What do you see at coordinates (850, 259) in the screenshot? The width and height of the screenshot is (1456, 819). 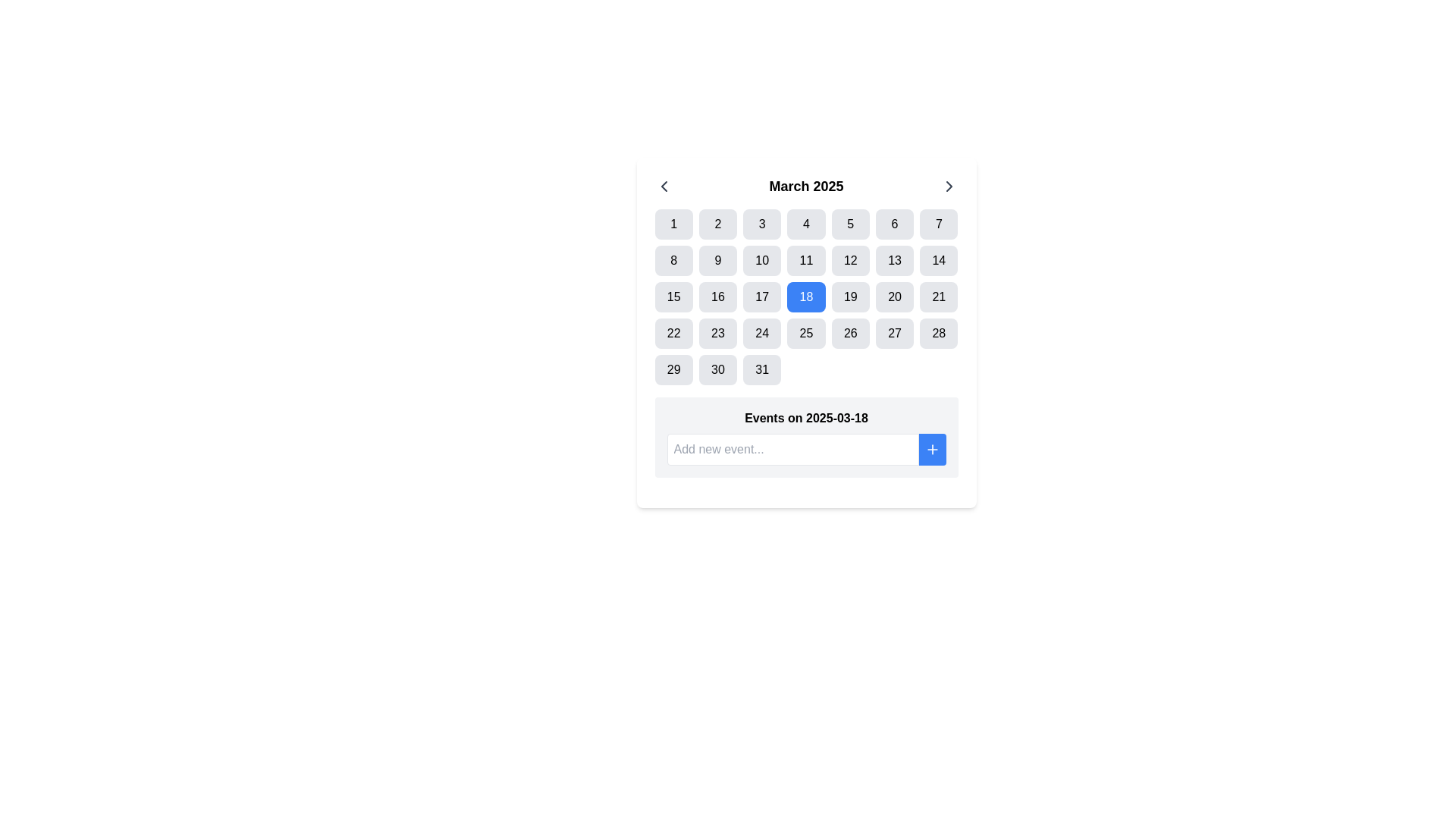 I see `the square button with rounded corners that has a gray background and displays the number '12' in black text, located in the second row and fifth column of the calendar grid below the title 'March 2025'` at bounding box center [850, 259].